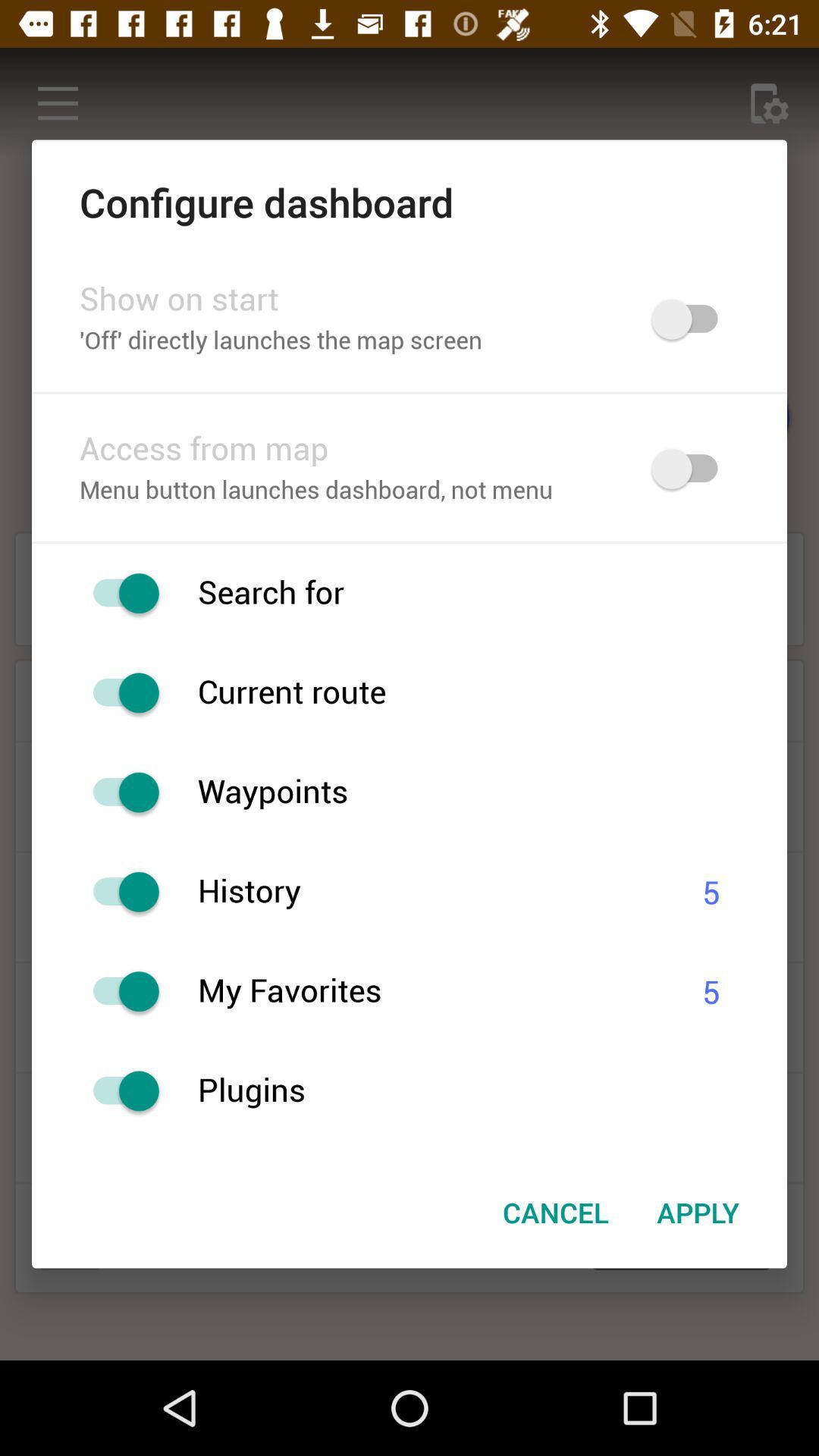 This screenshot has height=1456, width=819. I want to click on the icon to the left of 5, so click(431, 991).